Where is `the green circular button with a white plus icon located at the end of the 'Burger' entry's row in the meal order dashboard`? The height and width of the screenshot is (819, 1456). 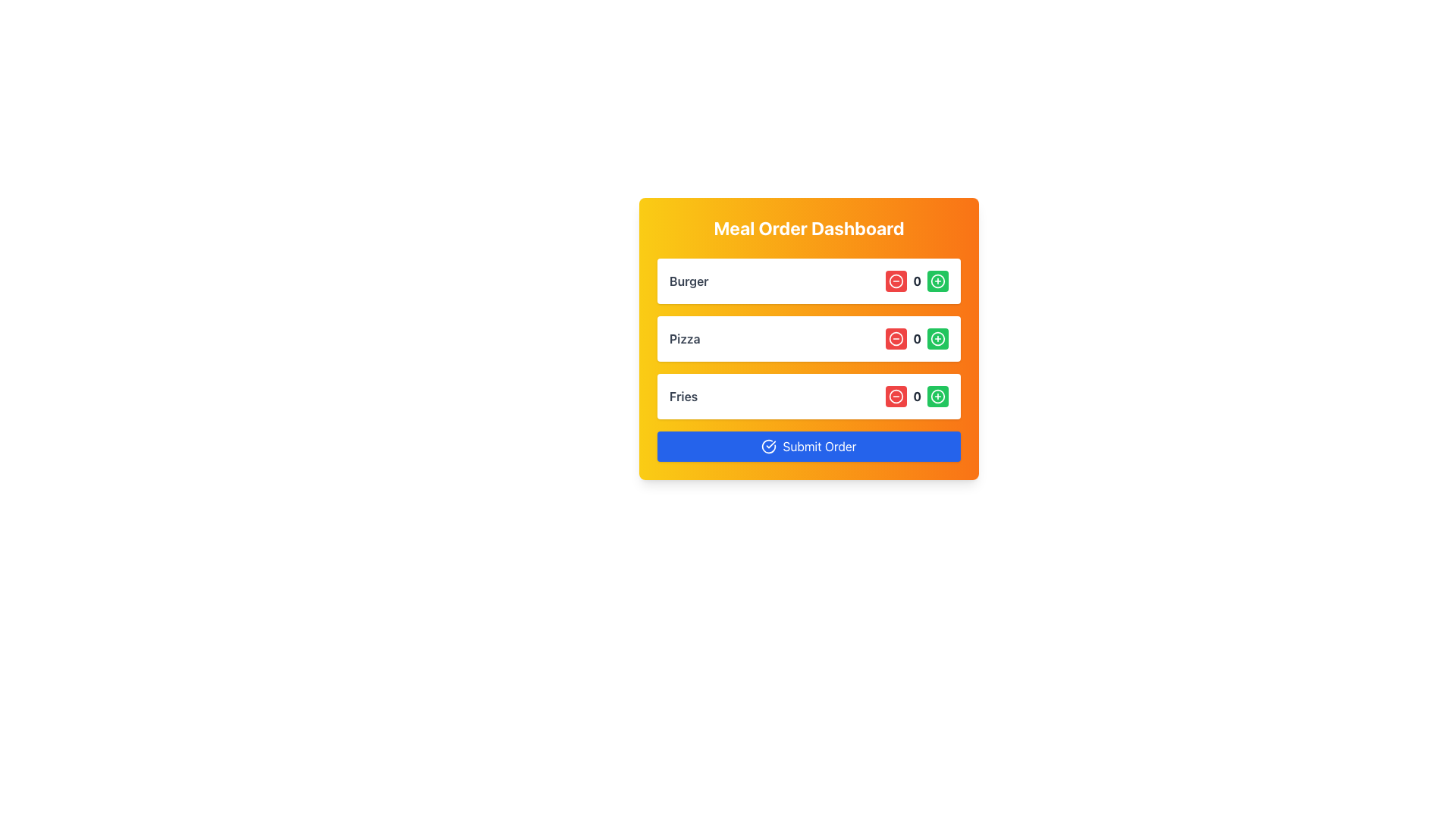
the green circular button with a white plus icon located at the end of the 'Burger' entry's row in the meal order dashboard is located at coordinates (937, 281).